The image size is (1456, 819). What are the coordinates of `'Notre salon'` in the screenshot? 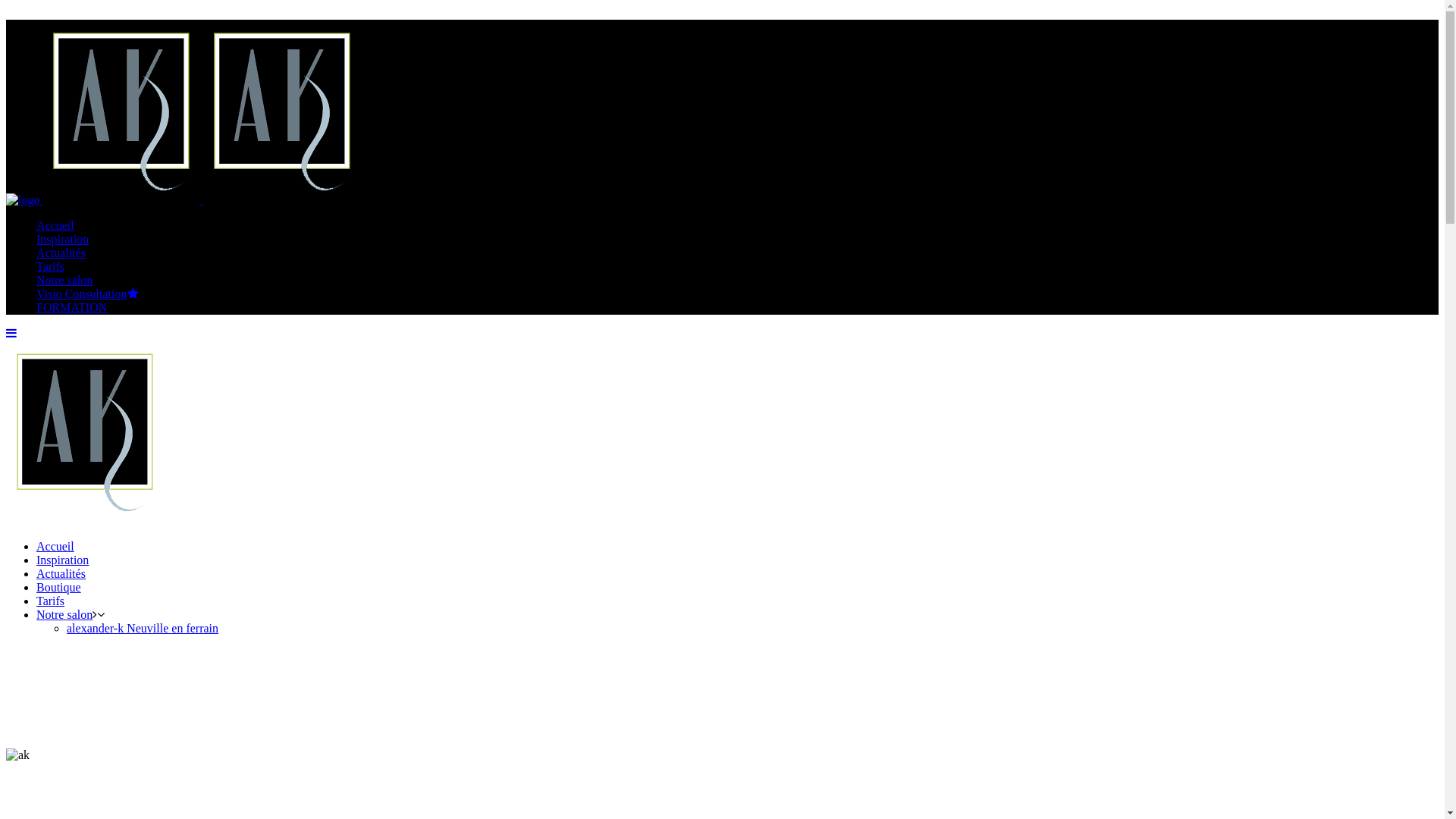 It's located at (64, 280).